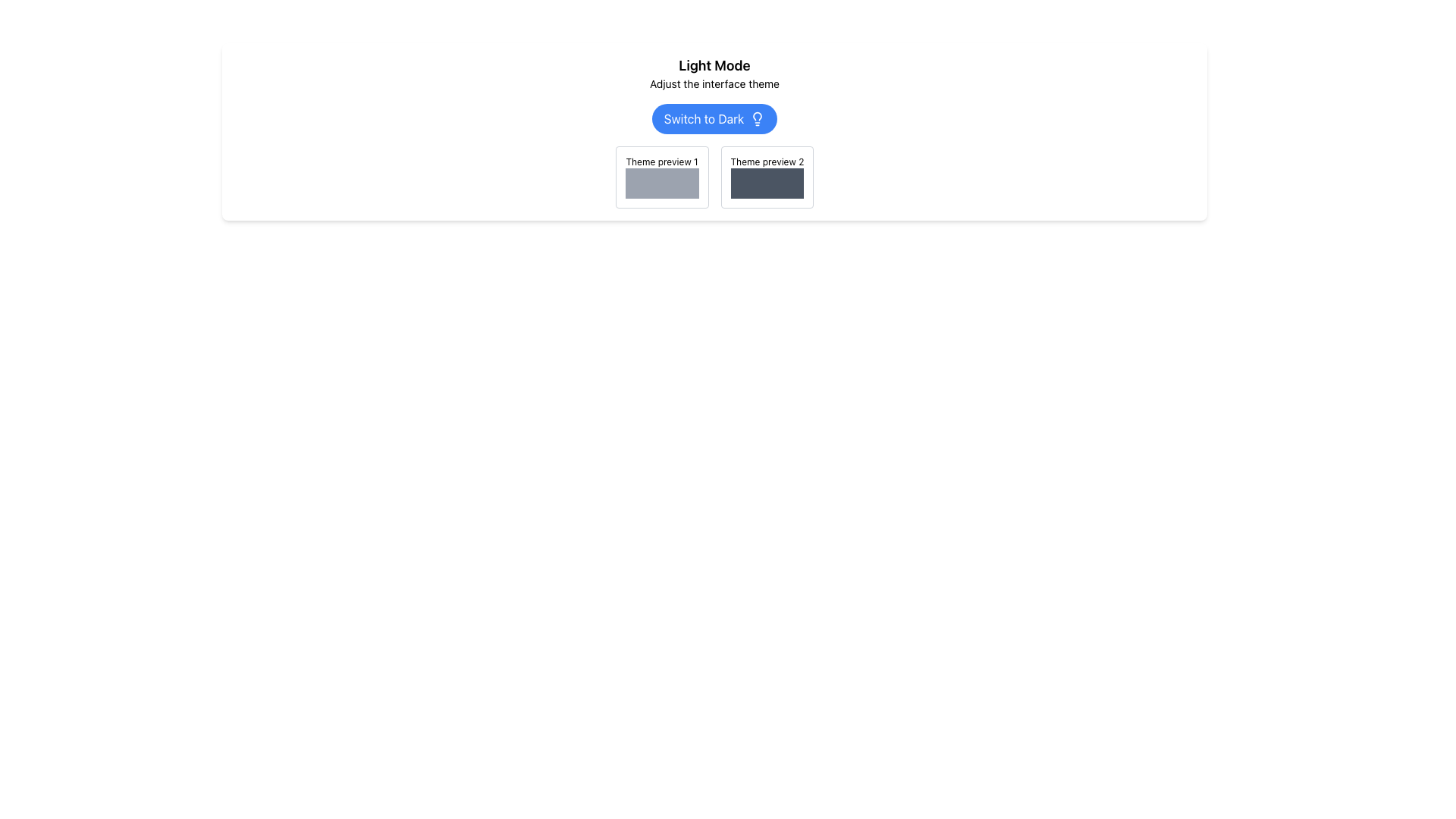 Image resolution: width=1456 pixels, height=819 pixels. Describe the element at coordinates (758, 118) in the screenshot. I see `the decorative icon located to the right of the 'Switch to Dark' text within the blue rounded button` at that location.